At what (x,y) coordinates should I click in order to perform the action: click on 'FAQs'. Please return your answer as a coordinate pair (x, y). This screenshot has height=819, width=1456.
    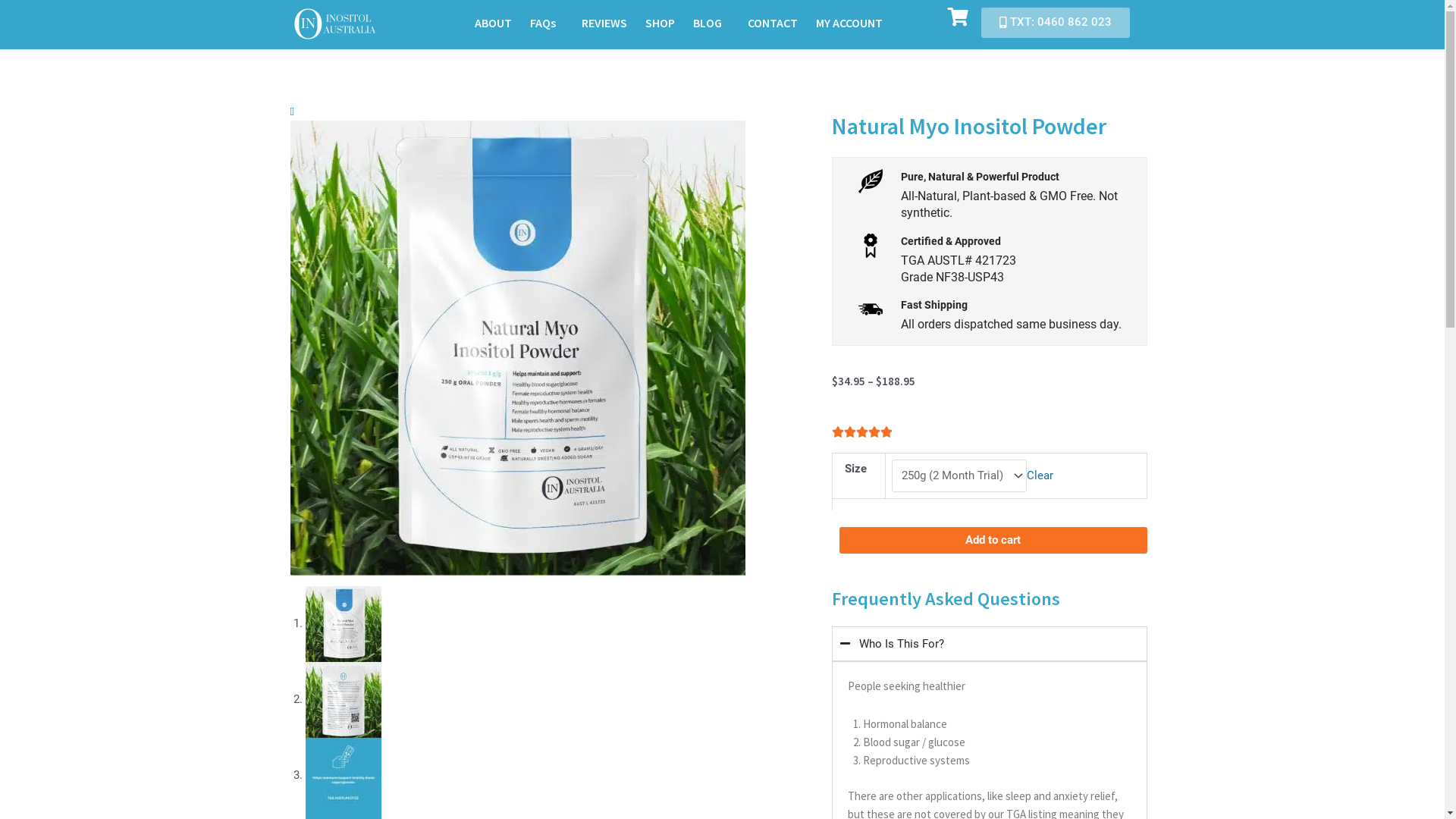
    Looking at the image, I should click on (546, 23).